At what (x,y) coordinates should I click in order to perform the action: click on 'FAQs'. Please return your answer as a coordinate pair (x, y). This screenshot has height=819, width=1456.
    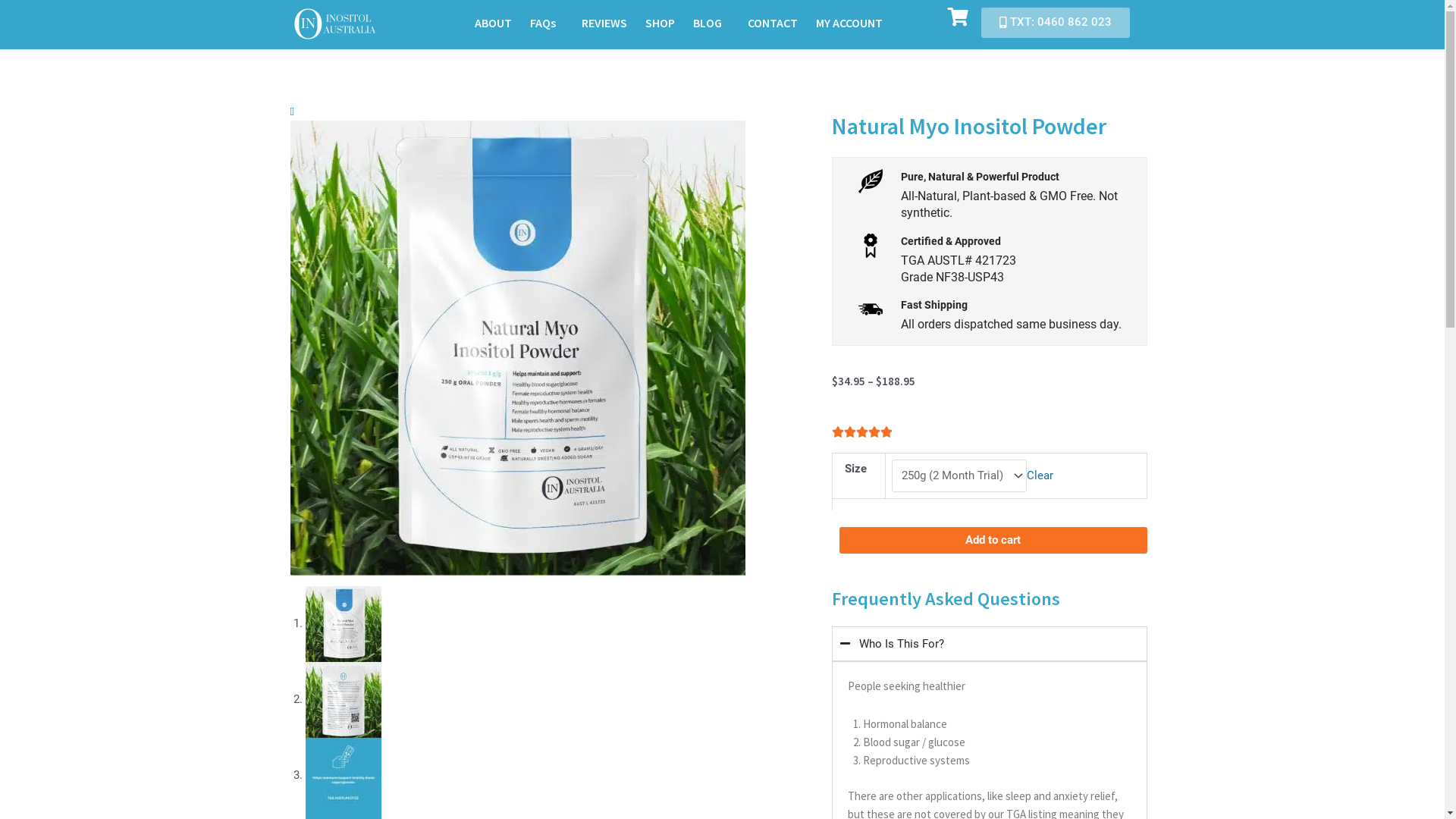
    Looking at the image, I should click on (546, 23).